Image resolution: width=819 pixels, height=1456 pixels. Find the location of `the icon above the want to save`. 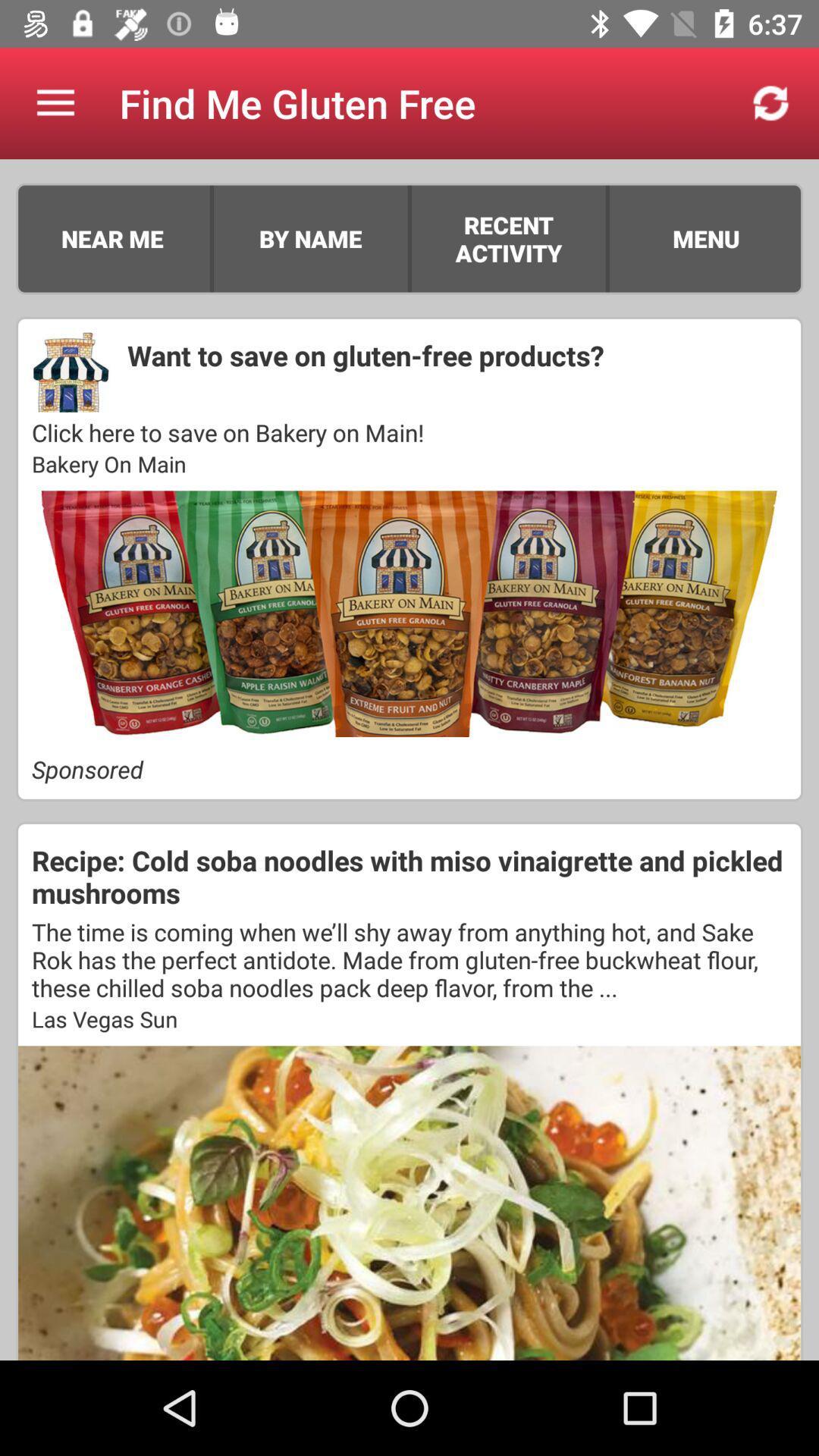

the icon above the want to save is located at coordinates (508, 238).